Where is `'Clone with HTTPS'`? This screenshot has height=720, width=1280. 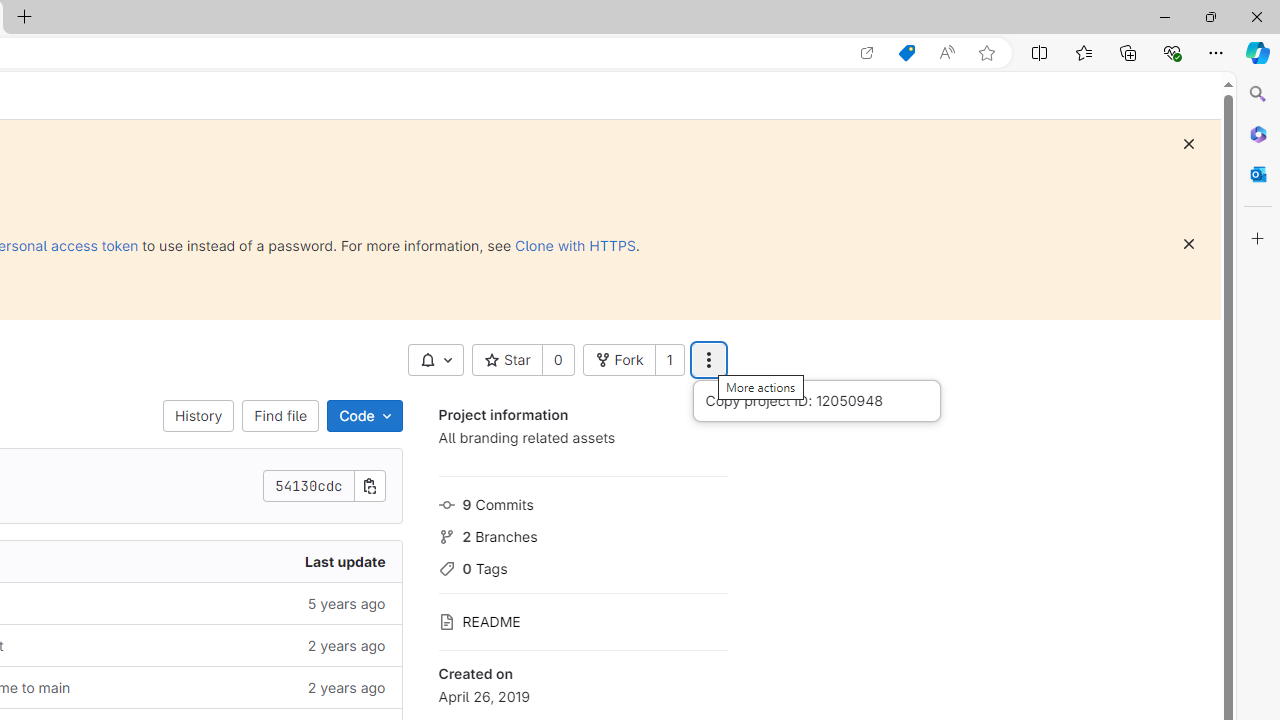
'Clone with HTTPS' is located at coordinates (574, 244).